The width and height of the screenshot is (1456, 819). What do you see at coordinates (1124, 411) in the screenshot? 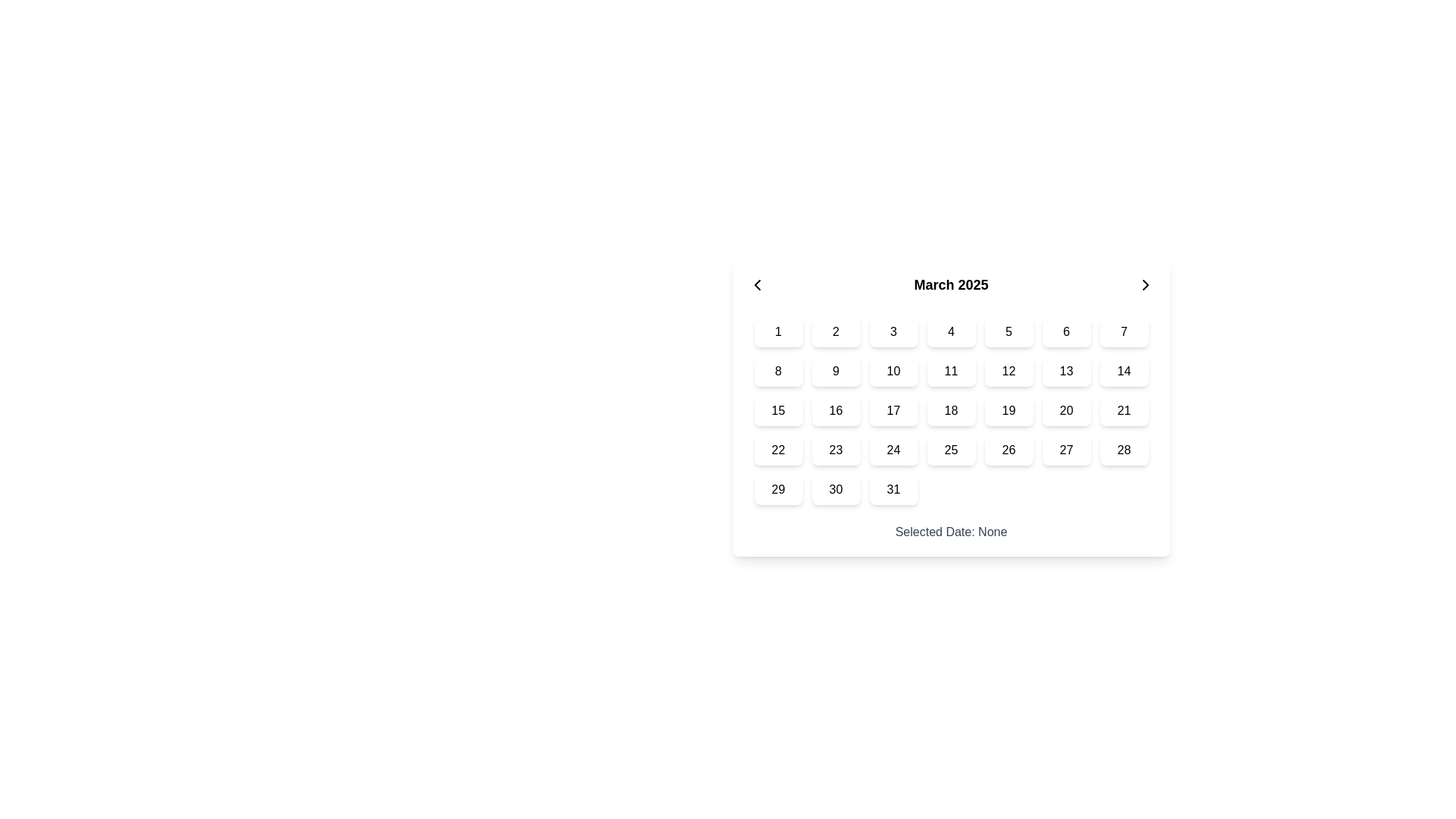
I see `the selectable button for the 21st day of the month in the calendar` at bounding box center [1124, 411].